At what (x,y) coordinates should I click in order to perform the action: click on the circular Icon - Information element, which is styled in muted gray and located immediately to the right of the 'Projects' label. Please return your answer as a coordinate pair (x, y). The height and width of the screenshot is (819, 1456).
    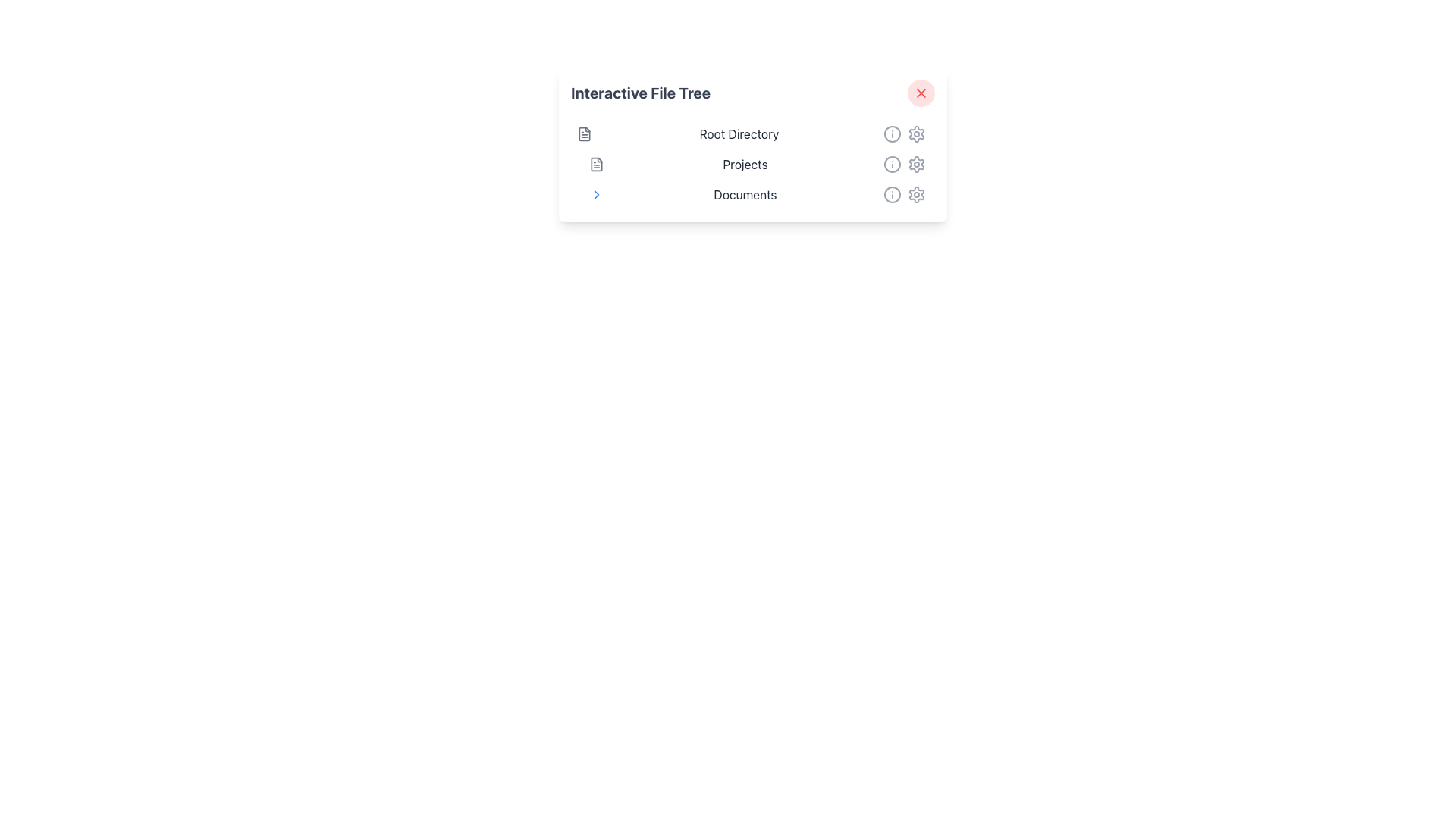
    Looking at the image, I should click on (892, 164).